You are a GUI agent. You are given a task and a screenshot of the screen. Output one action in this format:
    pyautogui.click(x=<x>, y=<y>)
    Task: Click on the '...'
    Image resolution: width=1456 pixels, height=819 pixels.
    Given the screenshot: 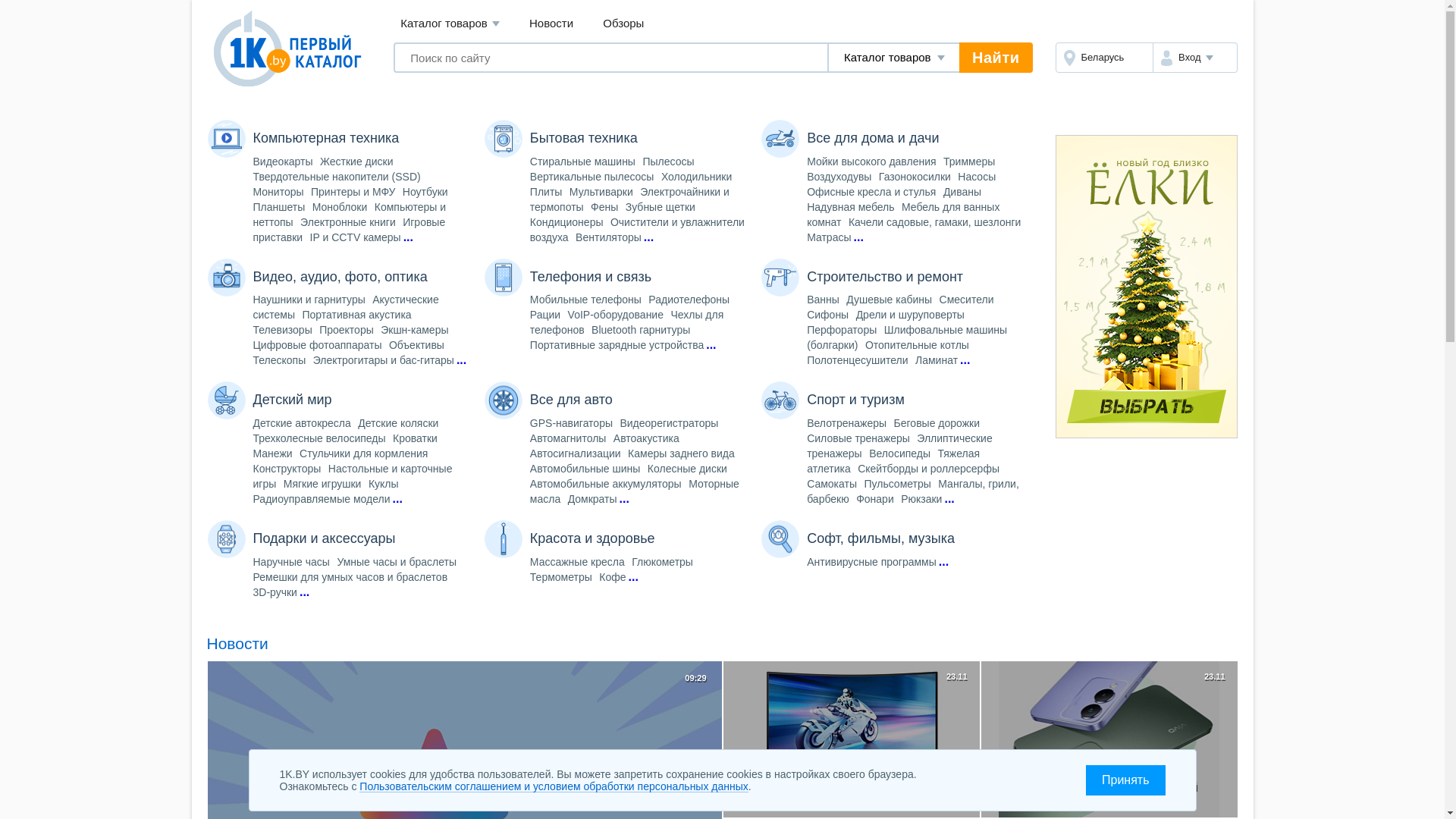 What is the action you would take?
    pyautogui.click(x=403, y=237)
    